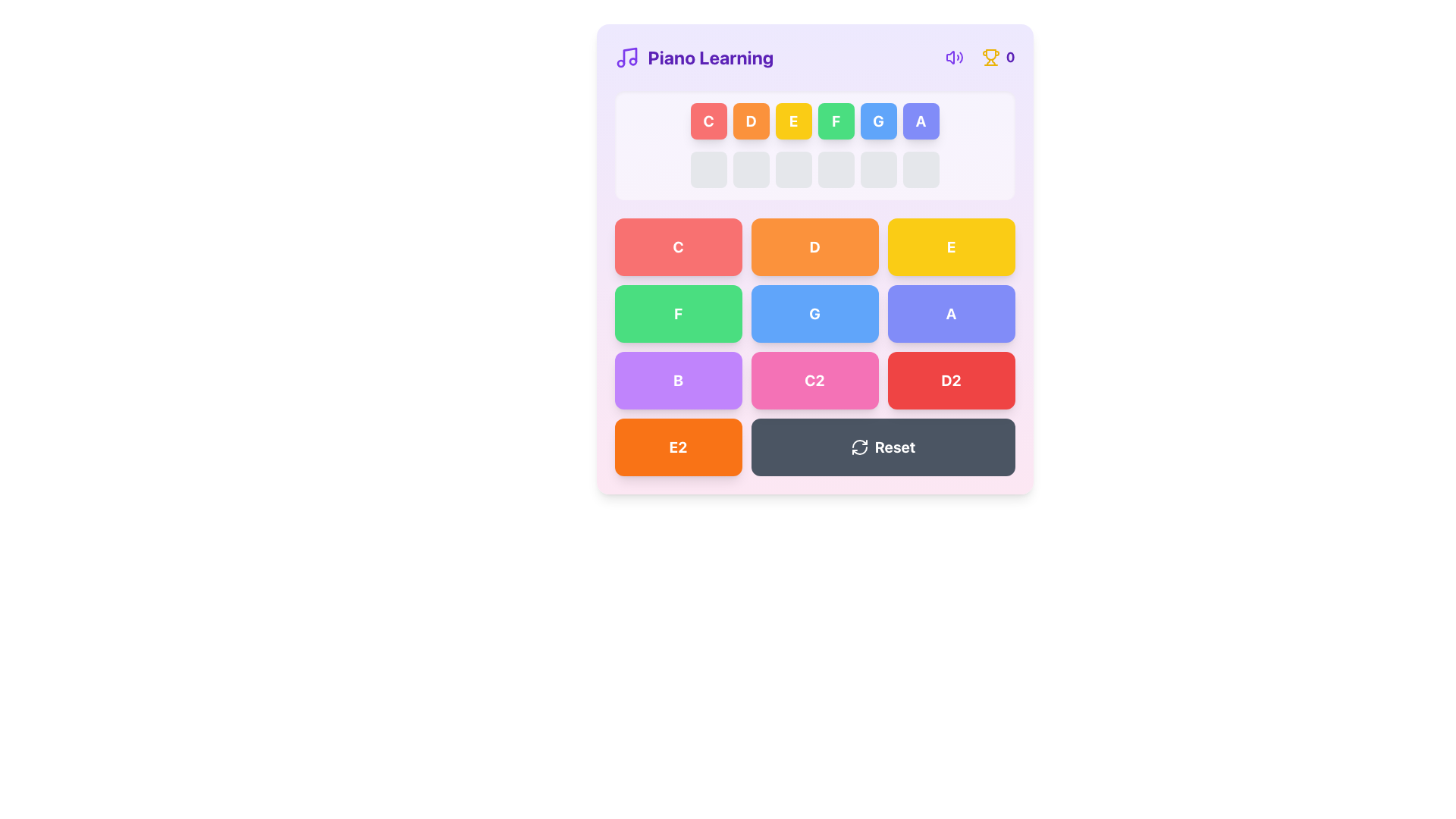 Image resolution: width=1456 pixels, height=819 pixels. What do you see at coordinates (878, 120) in the screenshot?
I see `the bold, white 'G' button on the blue rectangular button located in the top portion of the interface` at bounding box center [878, 120].